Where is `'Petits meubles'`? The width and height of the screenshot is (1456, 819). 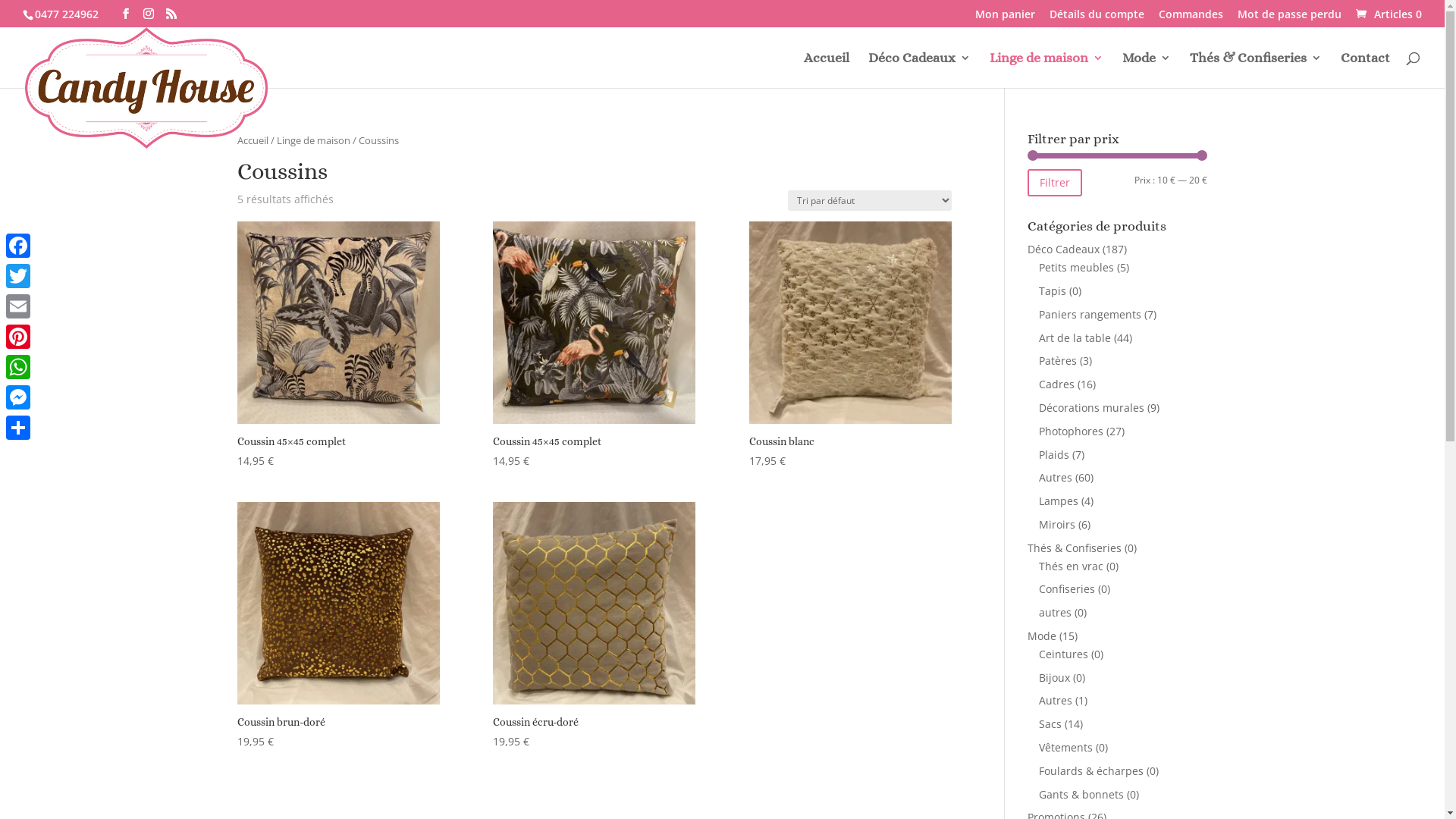
'Petits meubles' is located at coordinates (1075, 266).